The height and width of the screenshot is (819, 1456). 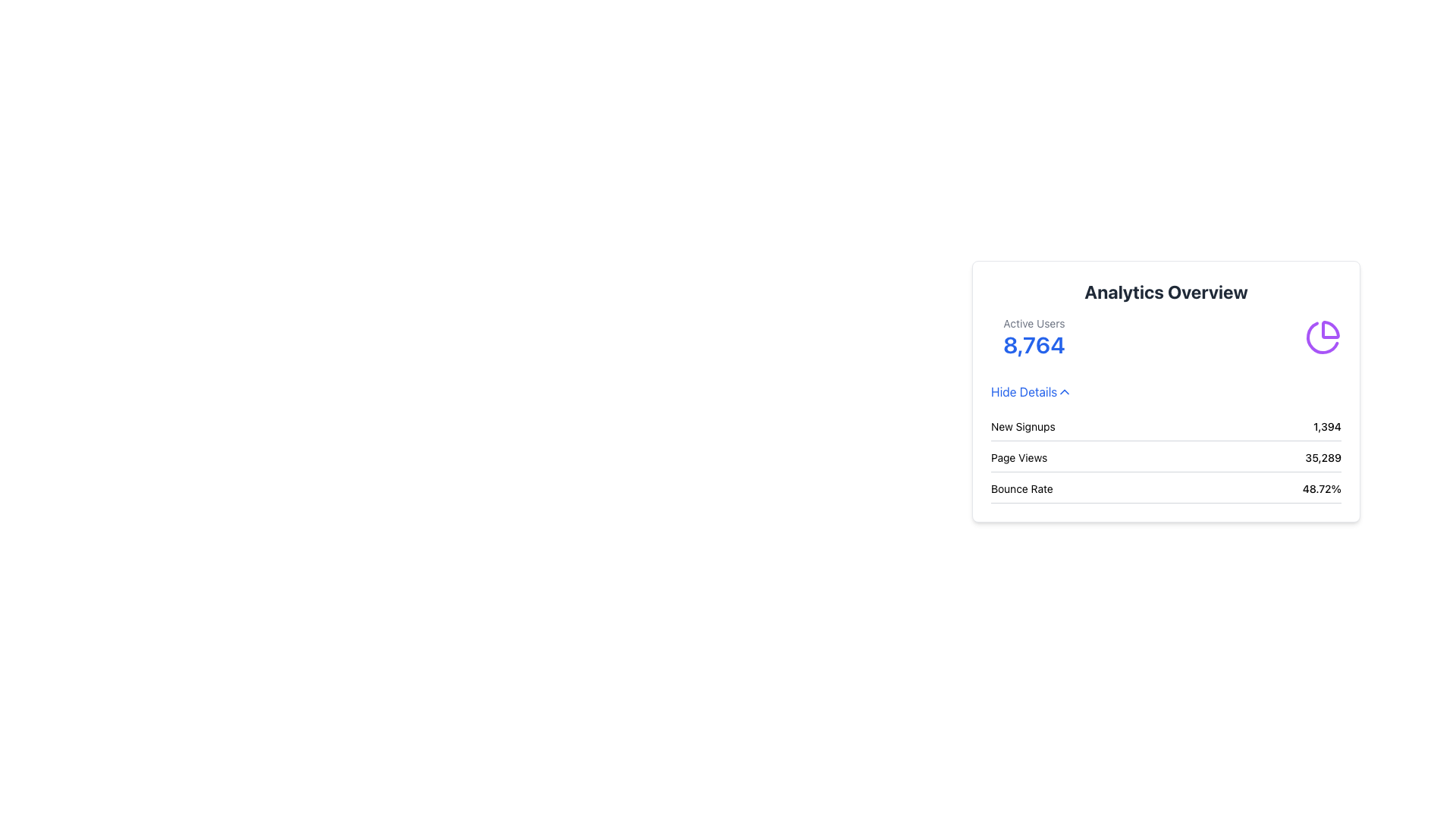 What do you see at coordinates (1033, 323) in the screenshot?
I see `static text label displaying 'Active Users' located above the numeric value in the 'Analytics Overview' section` at bounding box center [1033, 323].